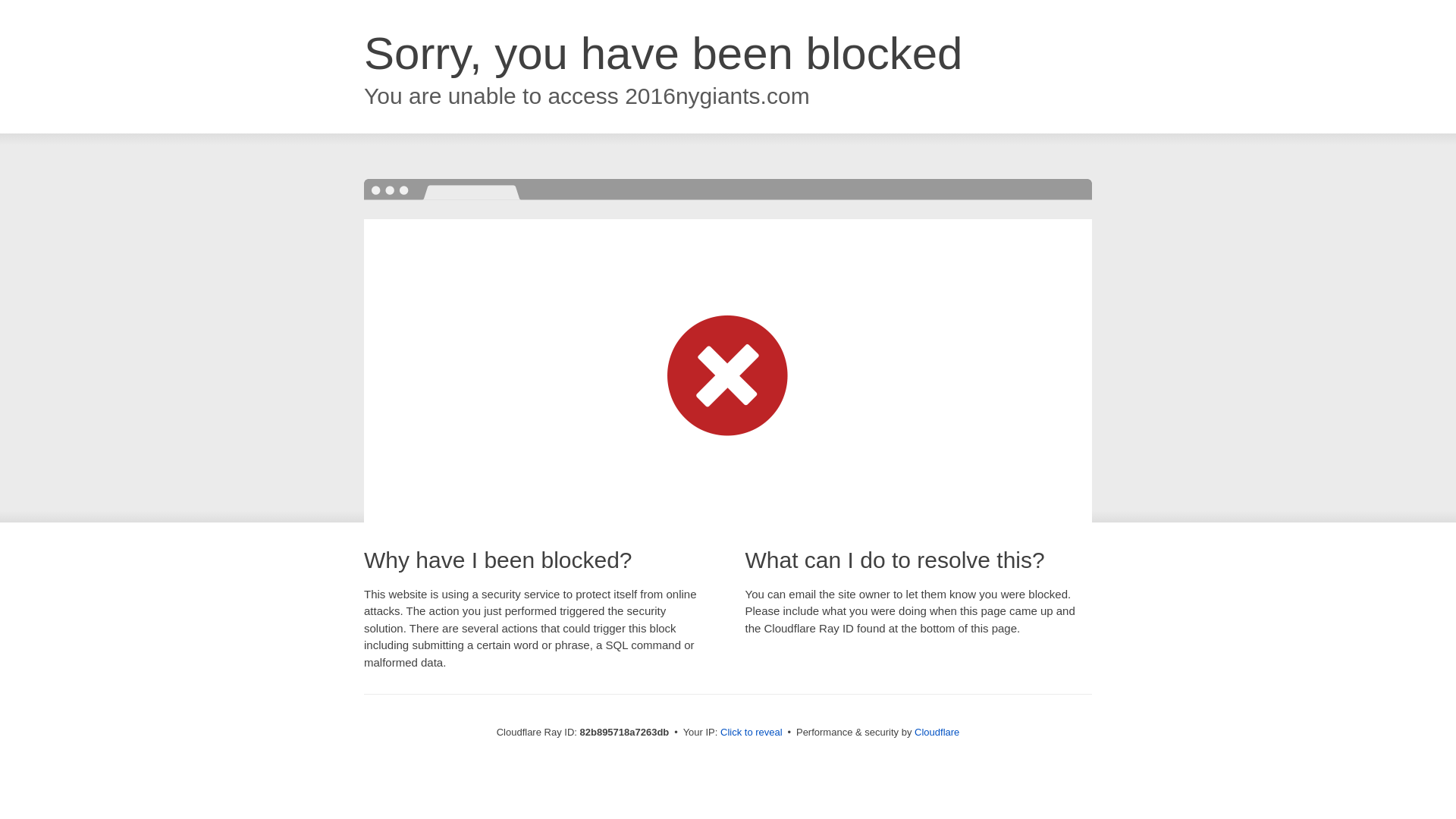 Image resolution: width=1456 pixels, height=819 pixels. I want to click on 'Click to reveal', so click(751, 731).